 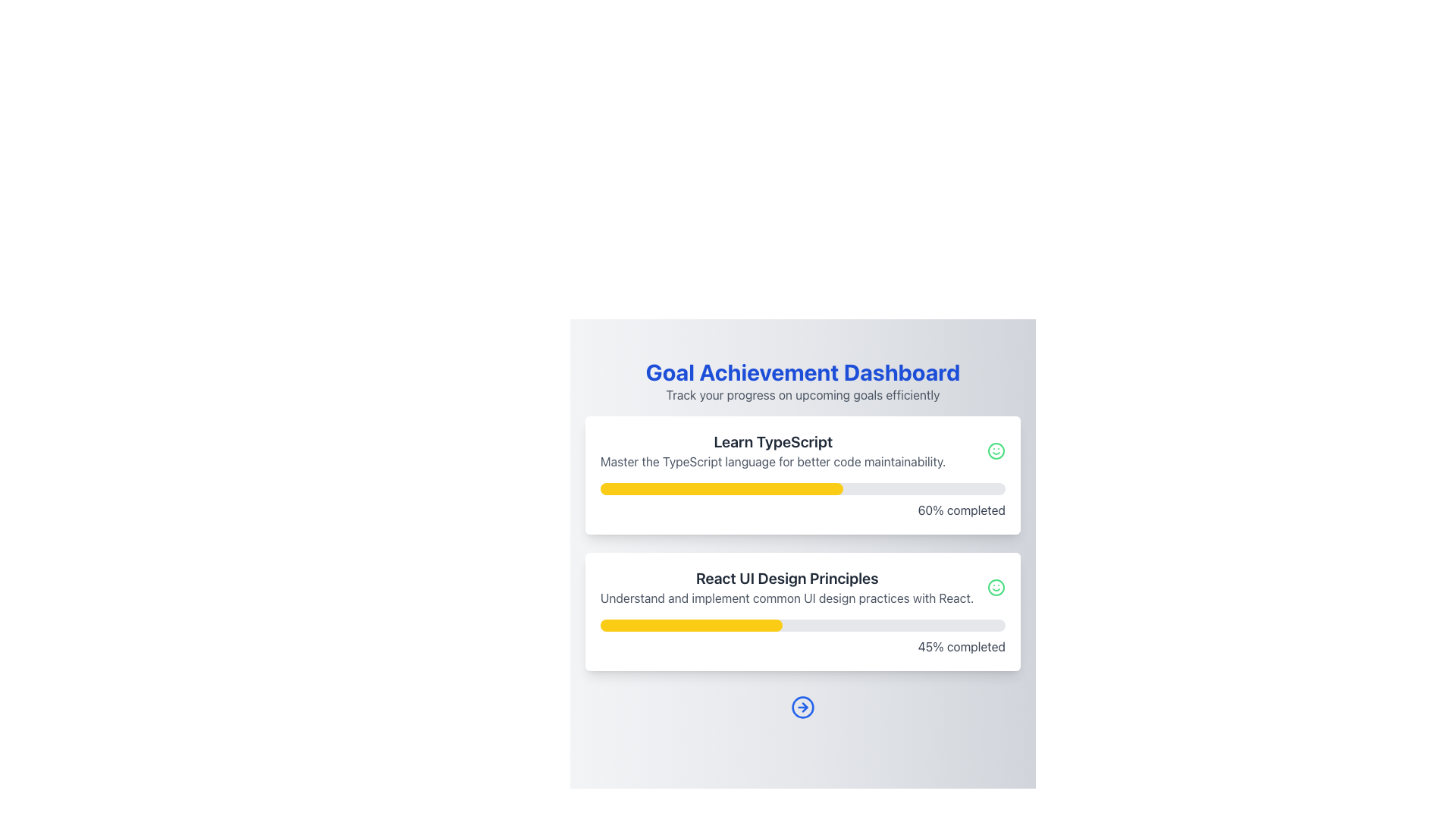 I want to click on text label titled 'Learn TypeScript' located at the top-center of the card, just above the descriptive text, so click(x=773, y=441).